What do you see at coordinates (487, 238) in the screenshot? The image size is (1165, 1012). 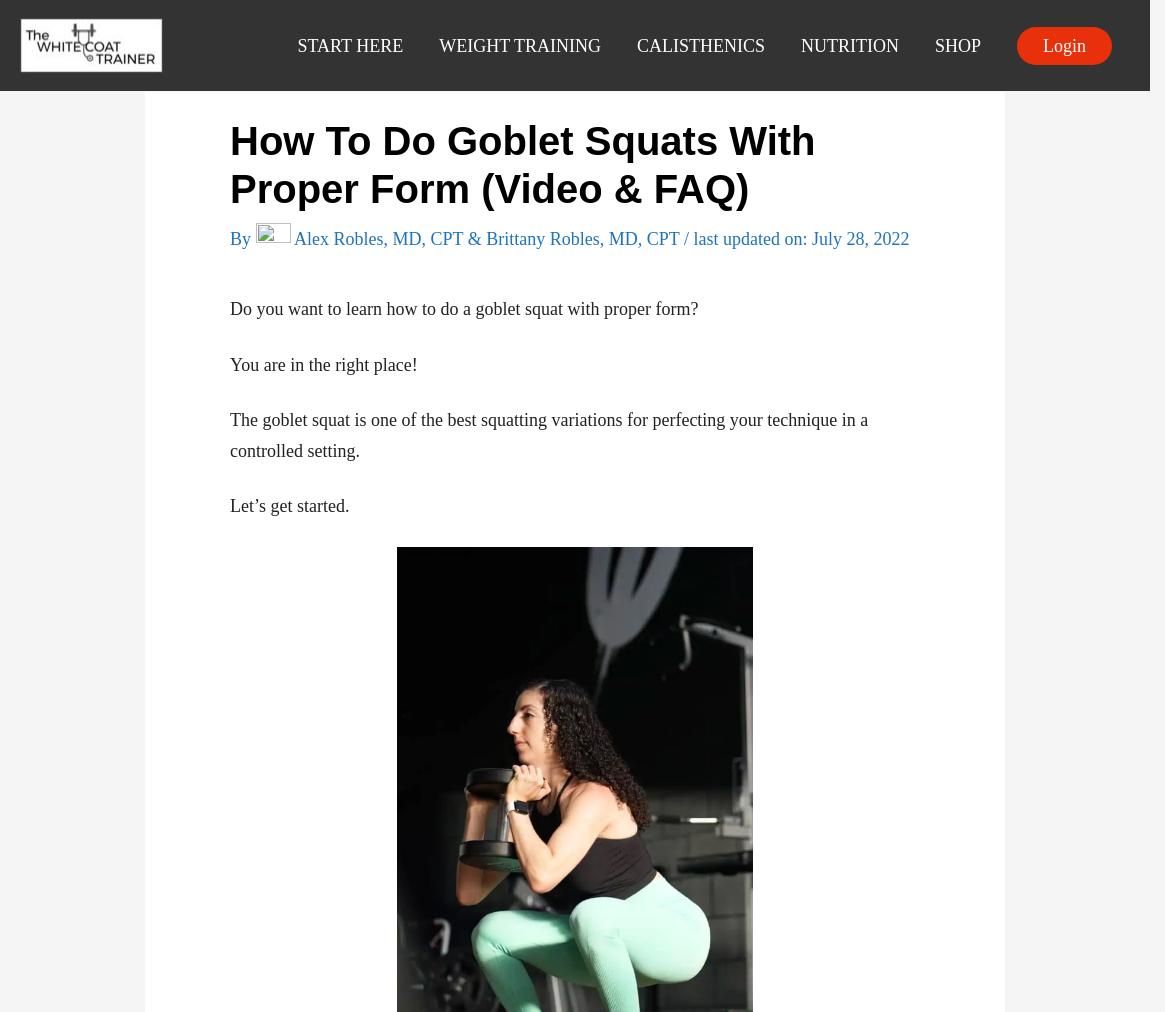 I see `'Alex Robles, MD, CPT & Brittany Robles, MD, CPT'` at bounding box center [487, 238].